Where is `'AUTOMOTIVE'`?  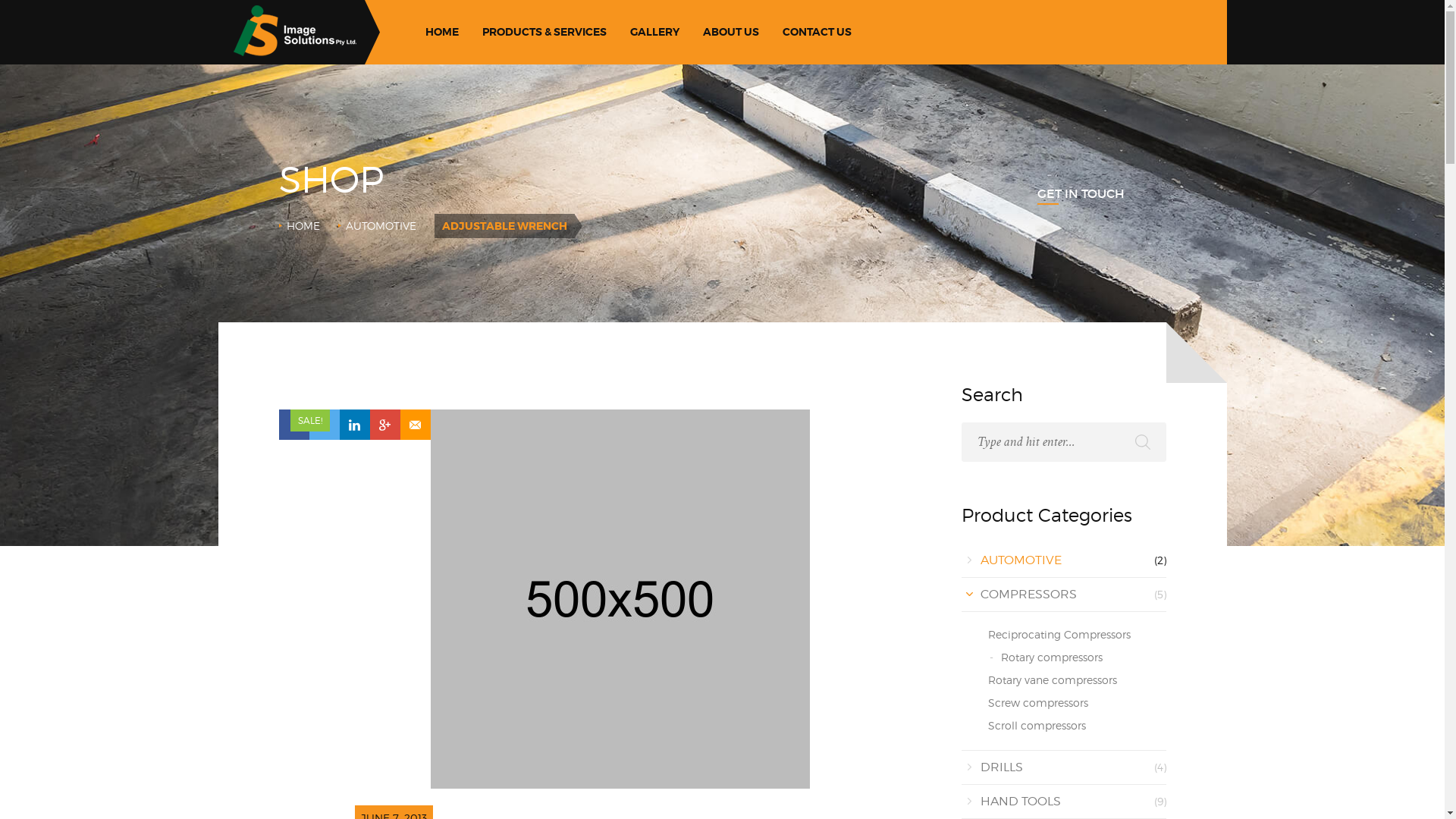
'AUTOMOTIVE' is located at coordinates (381, 225).